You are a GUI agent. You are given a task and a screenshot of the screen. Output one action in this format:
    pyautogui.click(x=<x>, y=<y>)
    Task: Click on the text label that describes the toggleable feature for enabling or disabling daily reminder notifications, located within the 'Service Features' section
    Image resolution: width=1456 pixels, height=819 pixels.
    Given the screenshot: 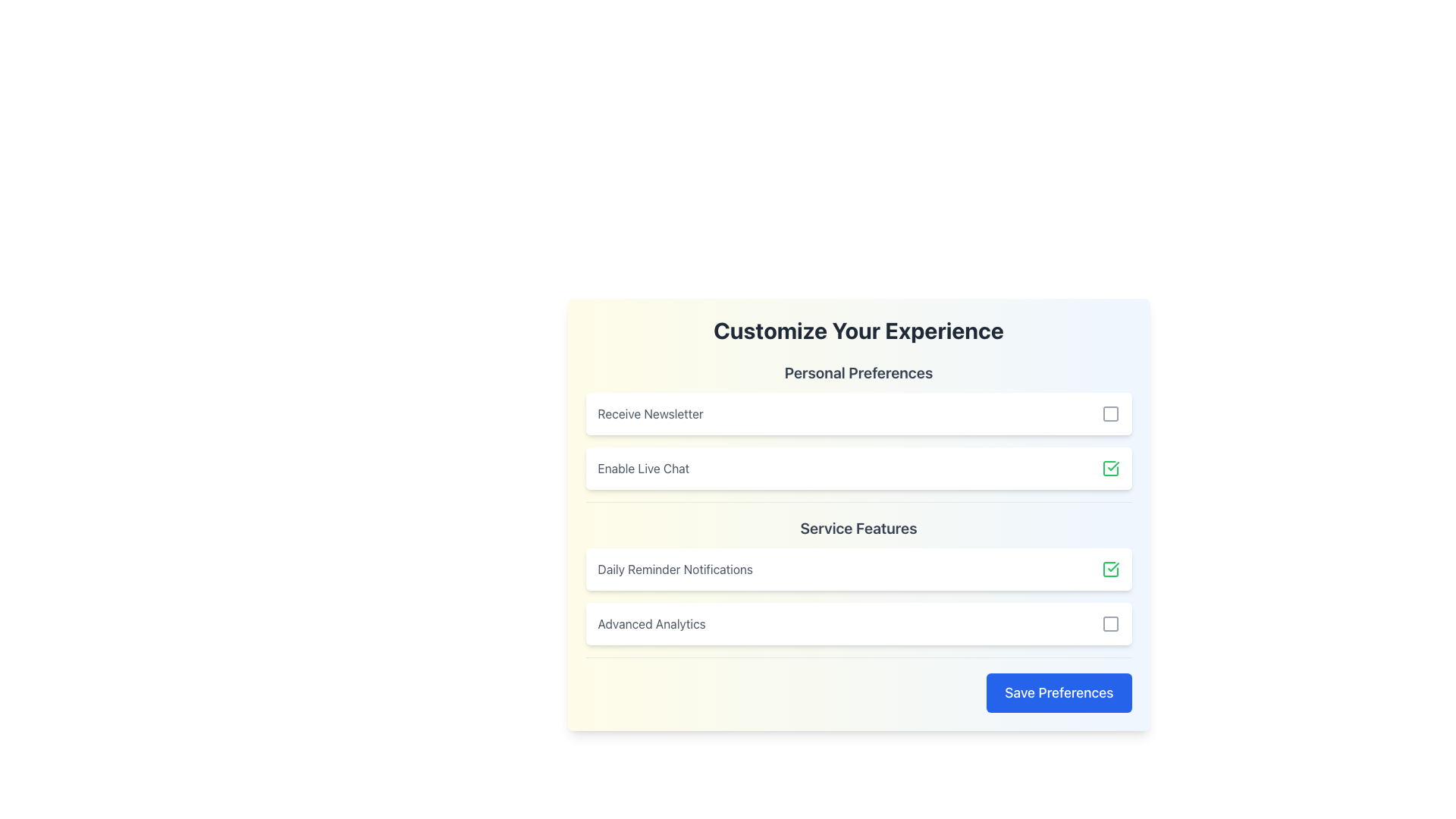 What is the action you would take?
    pyautogui.click(x=674, y=570)
    